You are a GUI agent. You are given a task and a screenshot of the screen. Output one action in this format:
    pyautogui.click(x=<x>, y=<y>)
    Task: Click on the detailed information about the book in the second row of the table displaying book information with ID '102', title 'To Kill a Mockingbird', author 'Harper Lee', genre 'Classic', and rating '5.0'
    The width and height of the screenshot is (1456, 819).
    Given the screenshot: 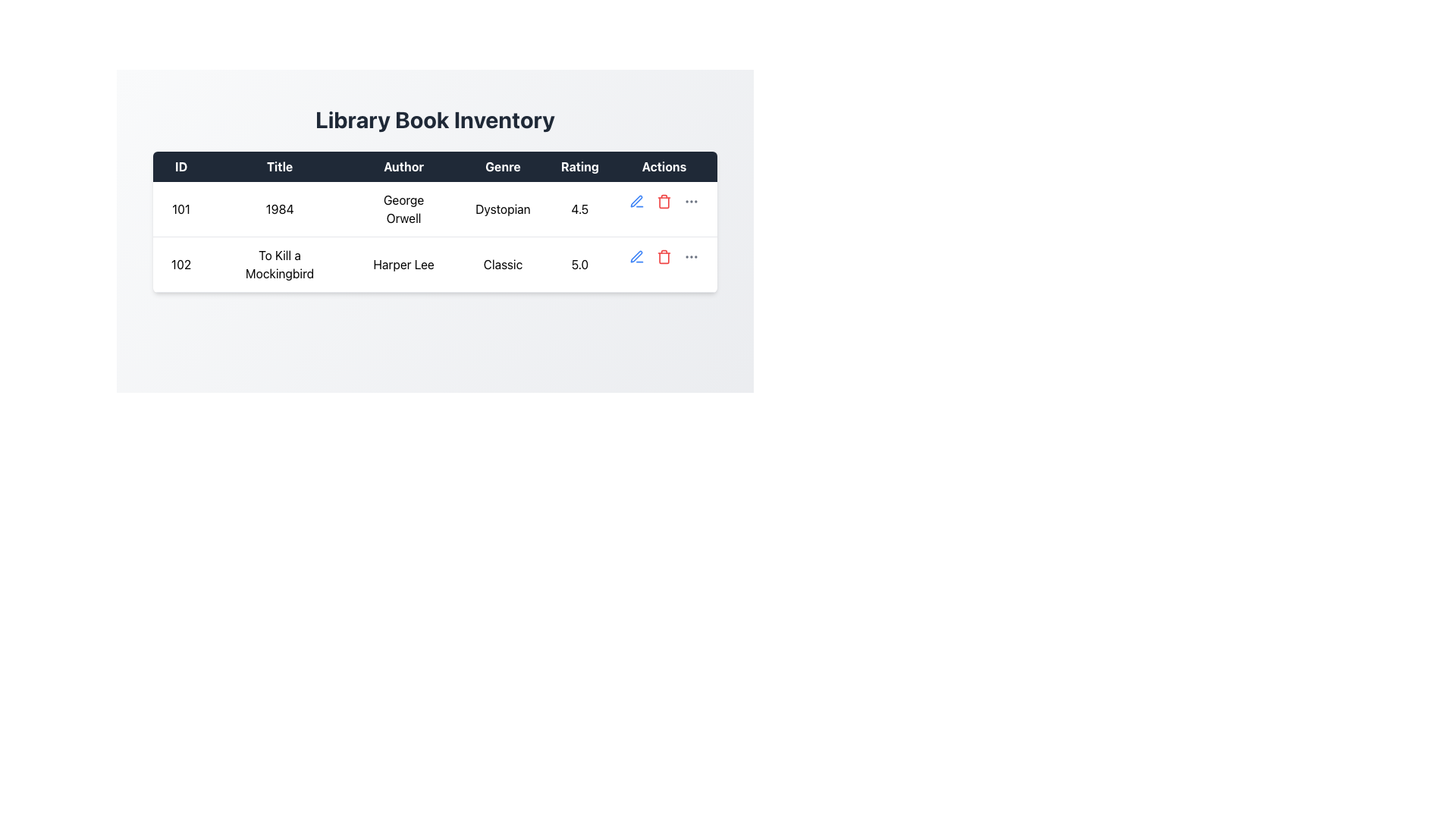 What is the action you would take?
    pyautogui.click(x=435, y=263)
    